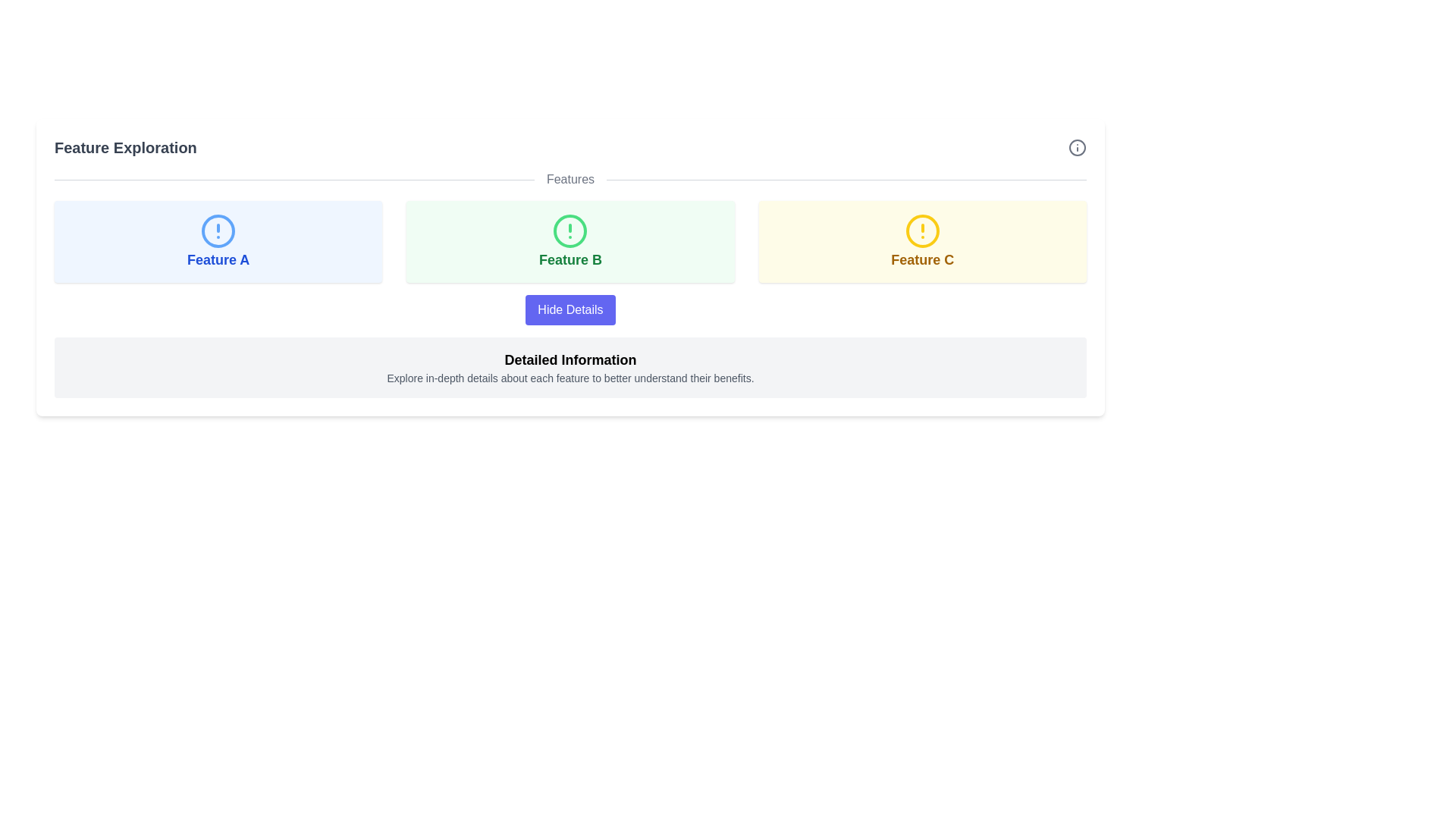 The width and height of the screenshot is (1456, 819). I want to click on the button with rounded corners and vibrant indigo background that reads 'Hide Details', so click(570, 309).